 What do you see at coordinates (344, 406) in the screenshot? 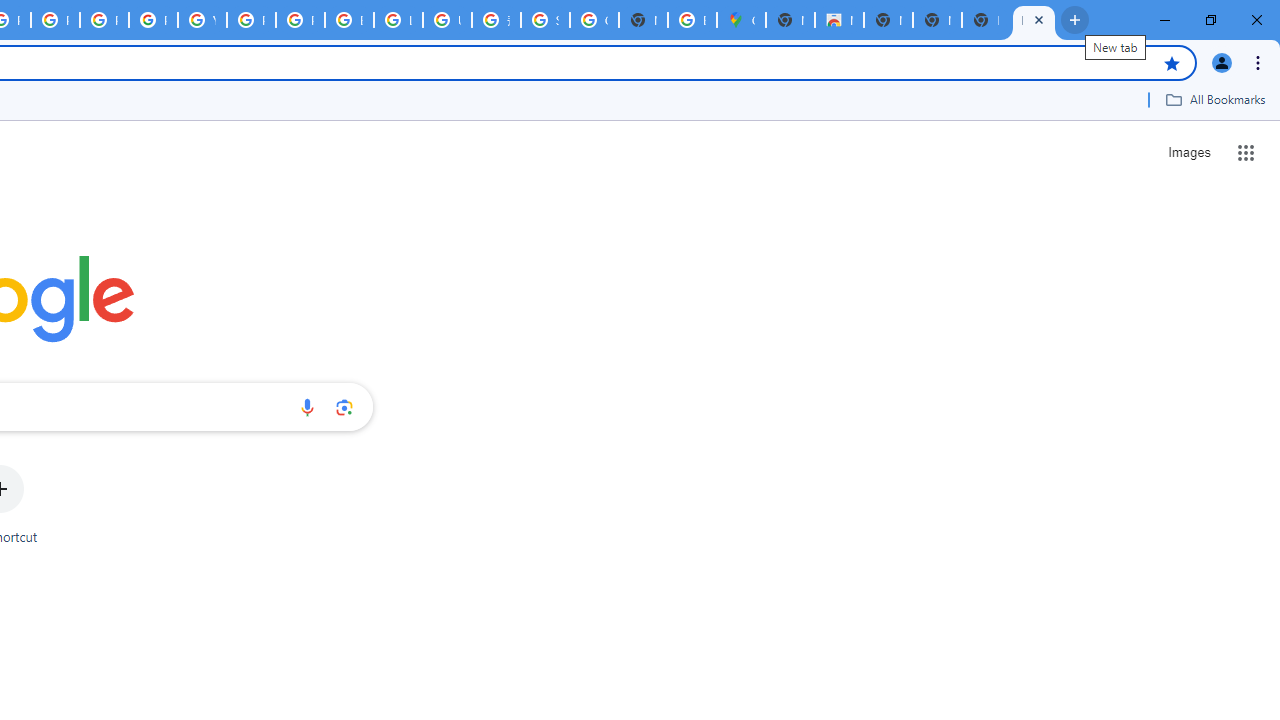
I see `'Search by image'` at bounding box center [344, 406].